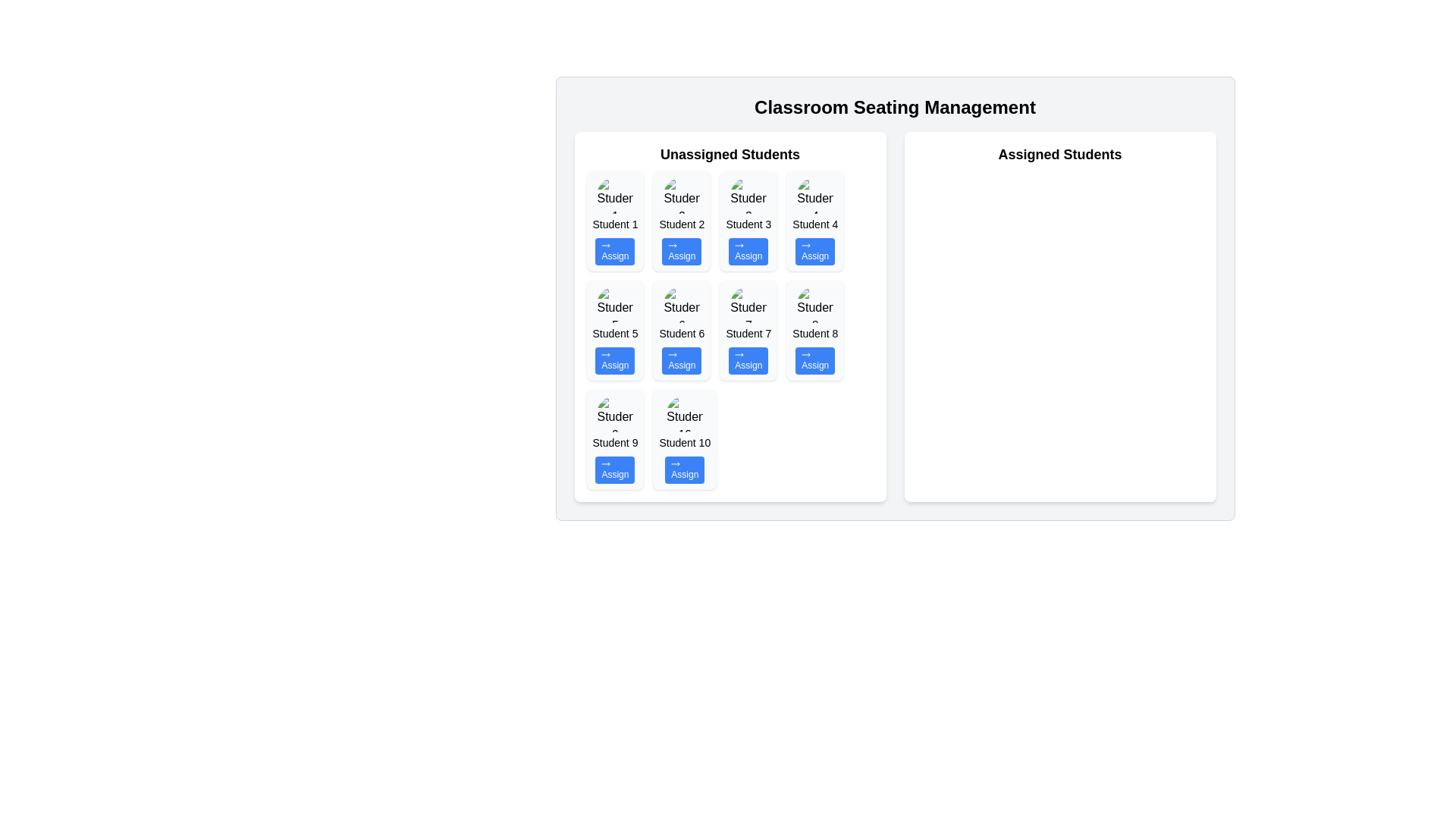 This screenshot has height=819, width=1456. Describe the element at coordinates (681, 329) in the screenshot. I see `the 'Assign' button located at the bottom of the Composite card for 'Student 6', which is the second card in the second row of the 'Unassigned Students' section` at that location.